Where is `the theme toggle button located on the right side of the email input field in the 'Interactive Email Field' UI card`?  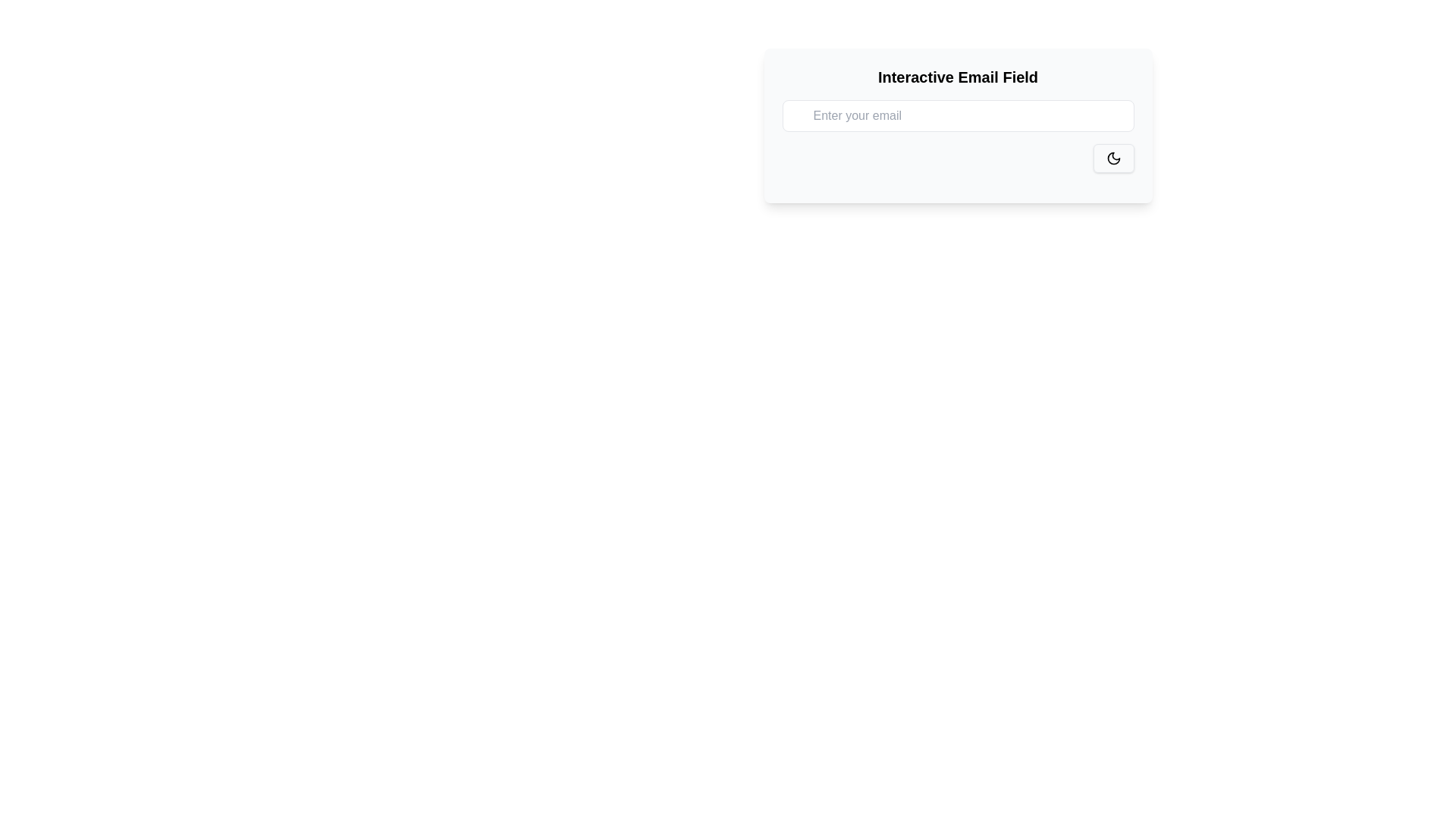 the theme toggle button located on the right side of the email input field in the 'Interactive Email Field' UI card is located at coordinates (1113, 158).